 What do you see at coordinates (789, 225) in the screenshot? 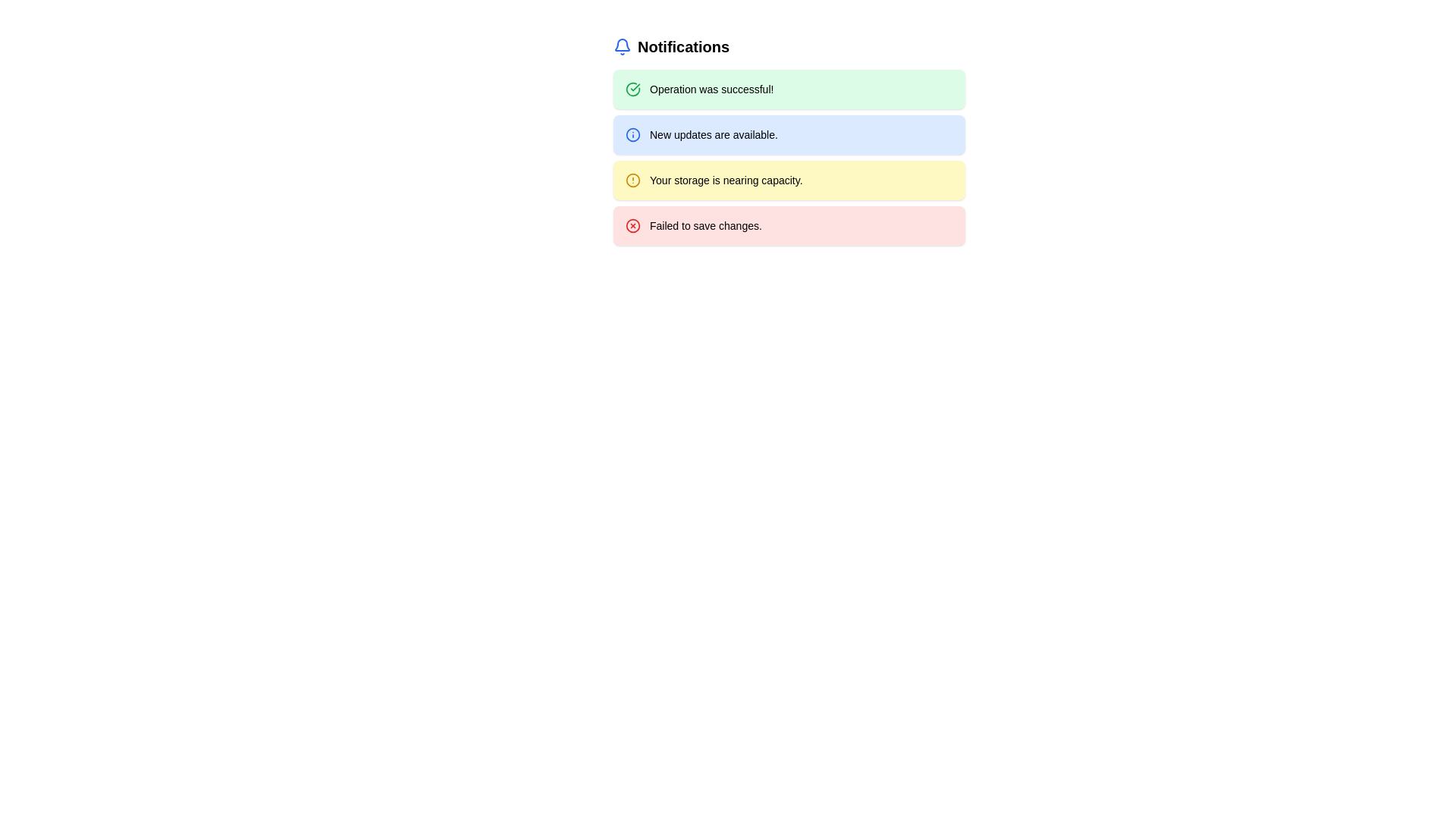
I see `contents of the notification box displaying 'Failed to save changes.' located at the bottom of the notifications list` at bounding box center [789, 225].